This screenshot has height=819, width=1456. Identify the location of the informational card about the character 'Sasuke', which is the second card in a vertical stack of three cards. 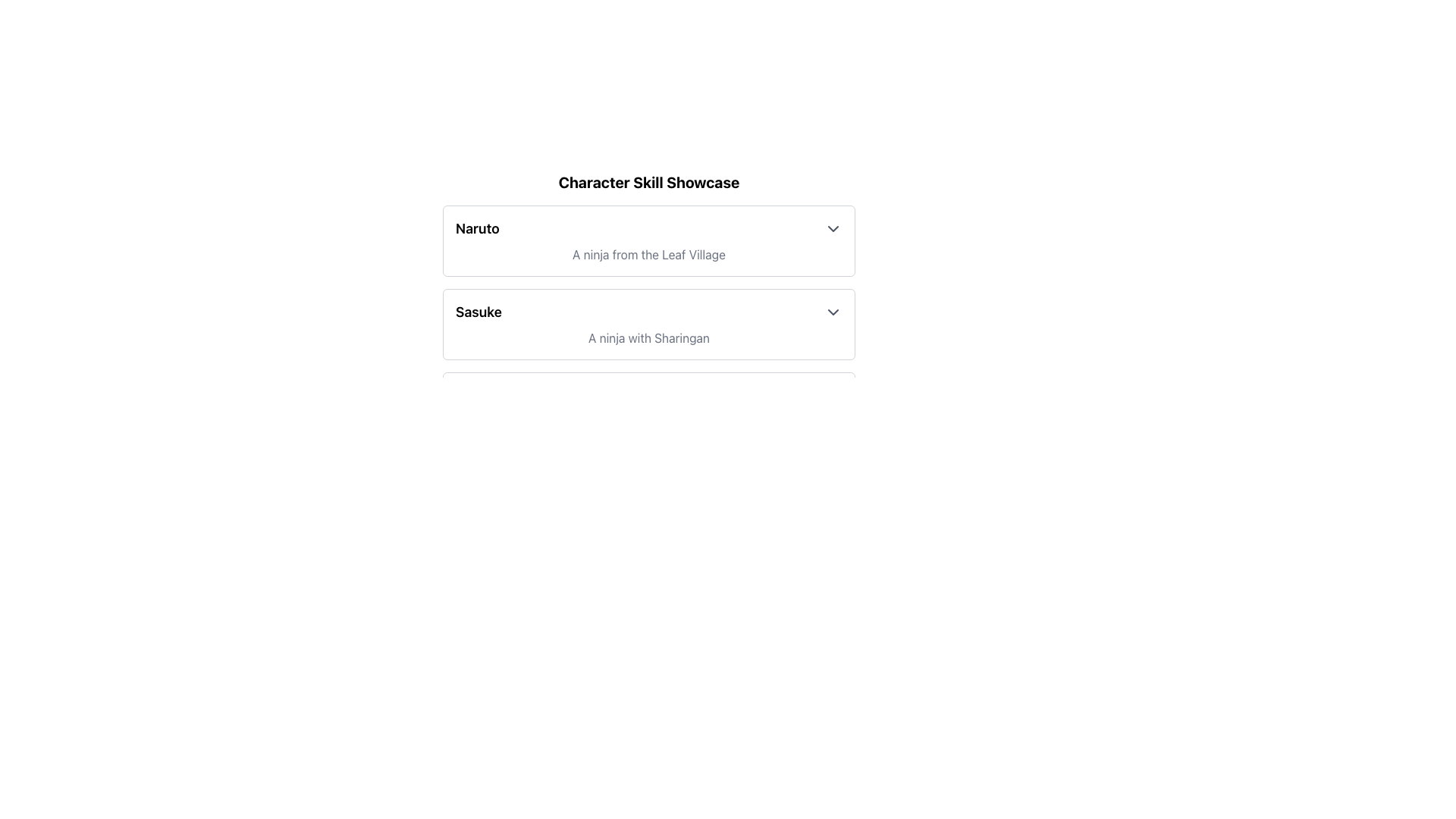
(648, 324).